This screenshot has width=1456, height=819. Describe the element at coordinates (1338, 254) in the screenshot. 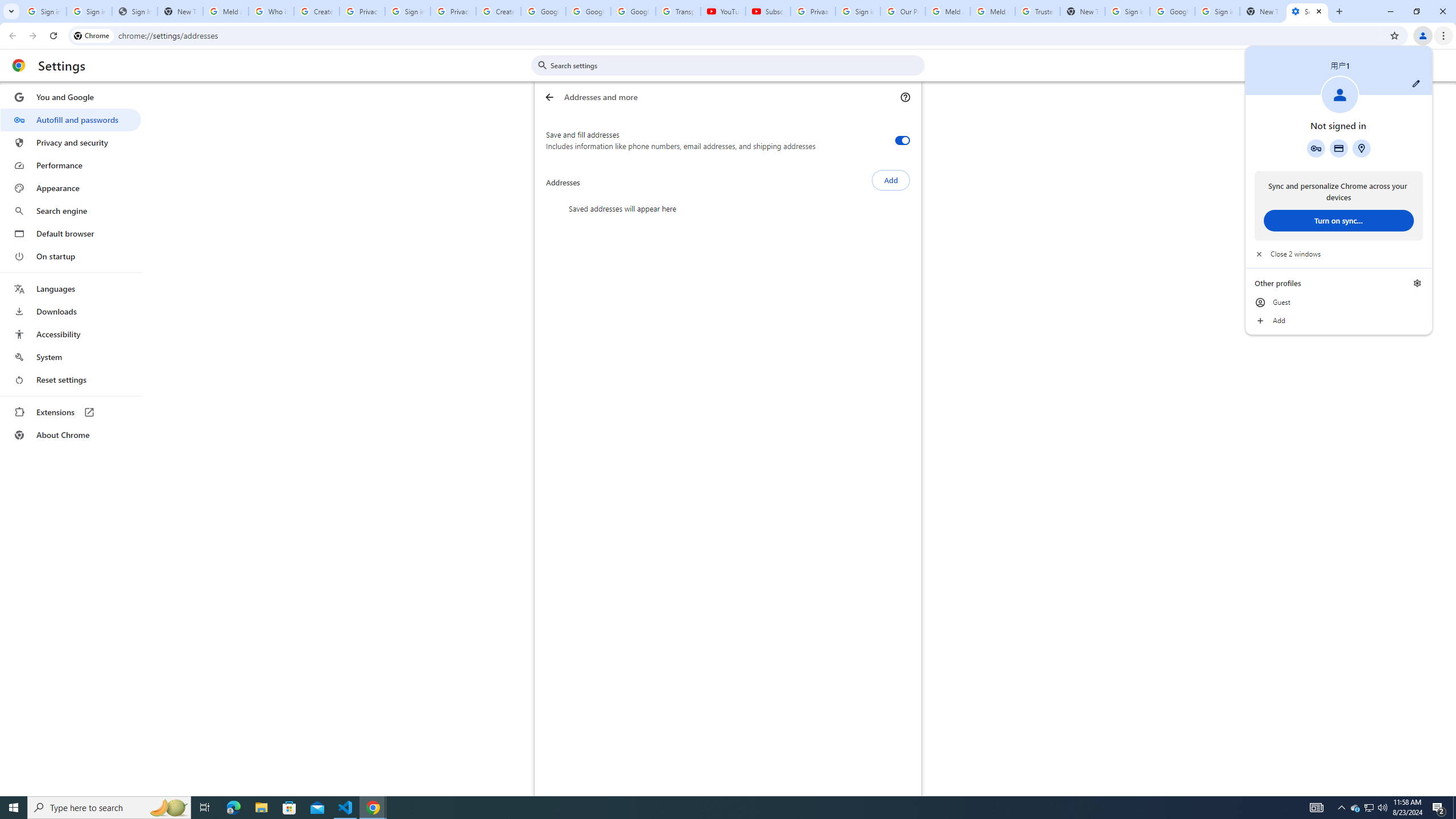

I see `'Close 2 windows'` at that location.